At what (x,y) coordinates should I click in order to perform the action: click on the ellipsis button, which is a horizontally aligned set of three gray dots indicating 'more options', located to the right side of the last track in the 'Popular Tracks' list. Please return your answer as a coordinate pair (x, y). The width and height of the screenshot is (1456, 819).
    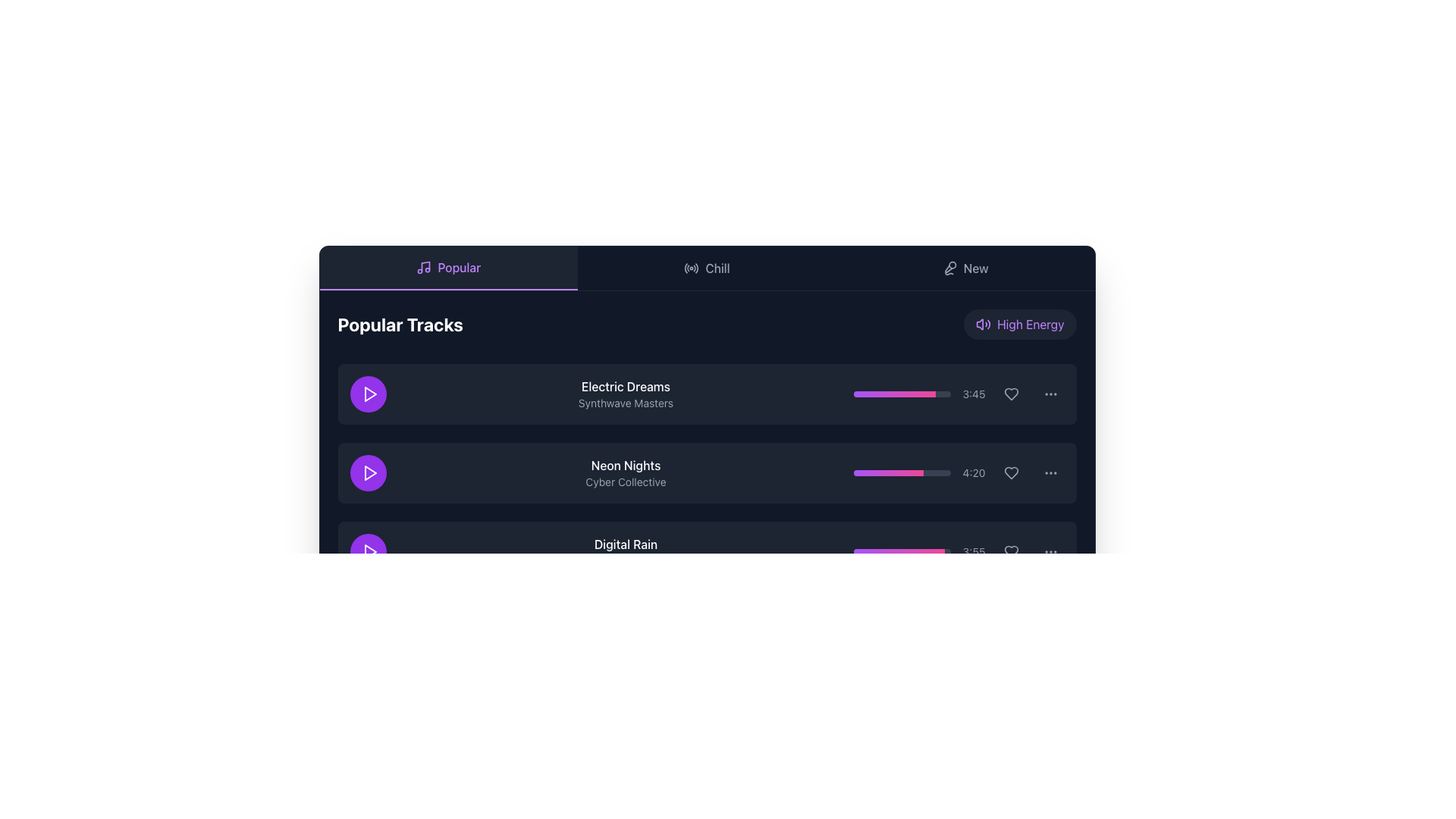
    Looking at the image, I should click on (1050, 552).